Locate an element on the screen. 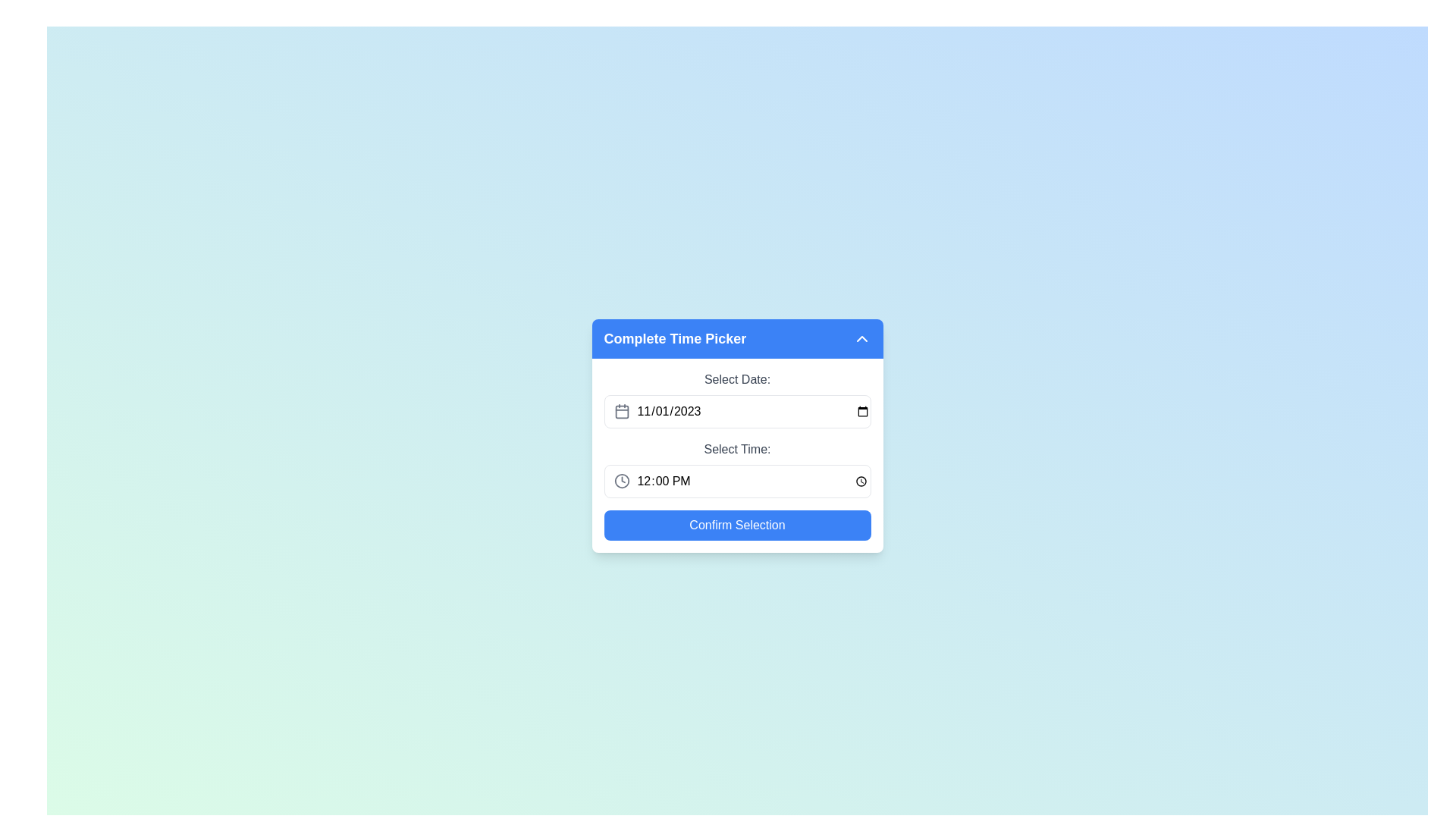  the chevron button located at the top-right corner of the 'Complete Time Picker' header section is located at coordinates (861, 338).